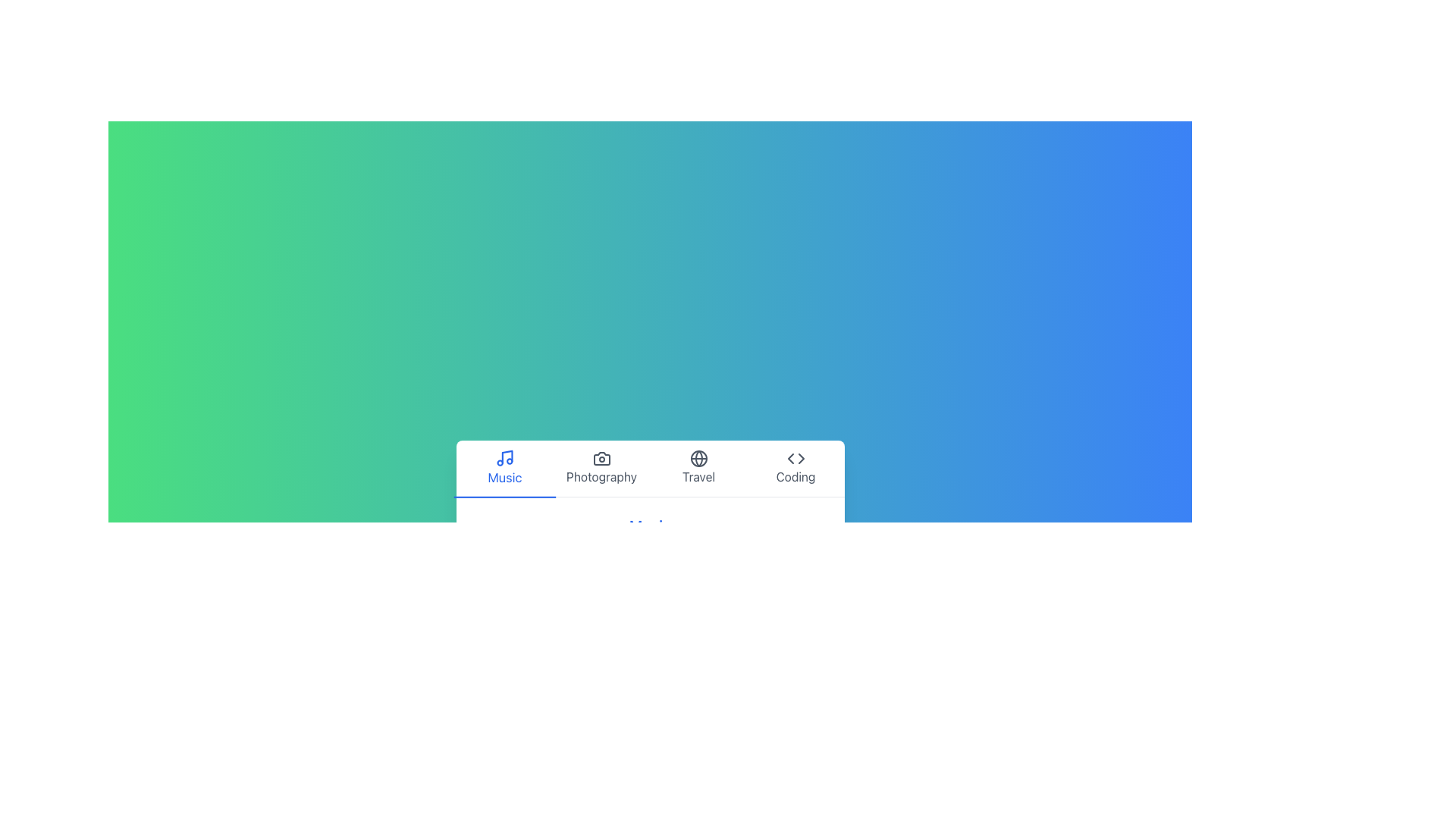  I want to click on the 'Music' text label in the navigation bar, so click(504, 476).